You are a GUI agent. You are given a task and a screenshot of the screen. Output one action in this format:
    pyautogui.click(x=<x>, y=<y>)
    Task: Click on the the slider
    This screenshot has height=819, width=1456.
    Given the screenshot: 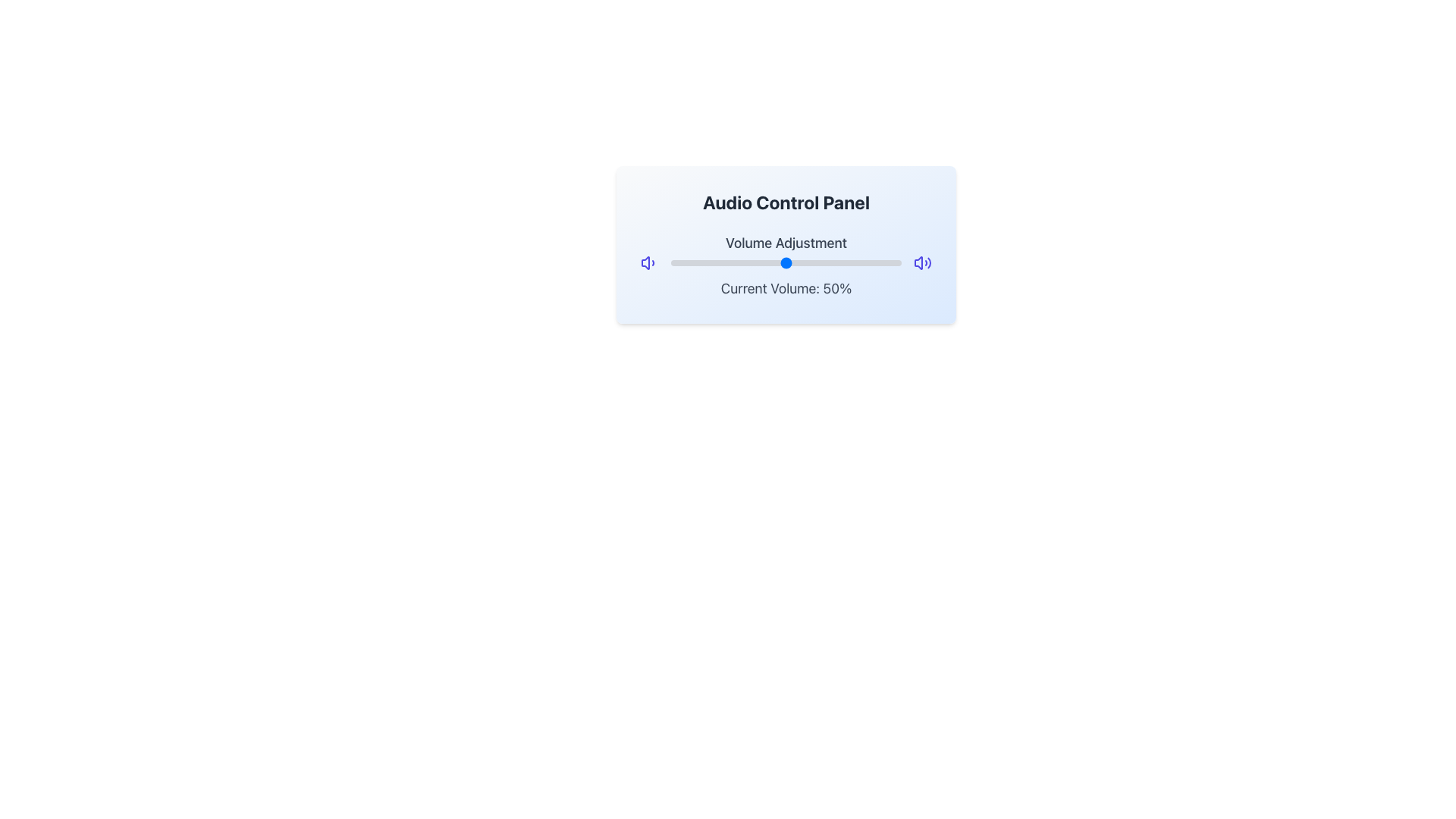 What is the action you would take?
    pyautogui.click(x=698, y=262)
    